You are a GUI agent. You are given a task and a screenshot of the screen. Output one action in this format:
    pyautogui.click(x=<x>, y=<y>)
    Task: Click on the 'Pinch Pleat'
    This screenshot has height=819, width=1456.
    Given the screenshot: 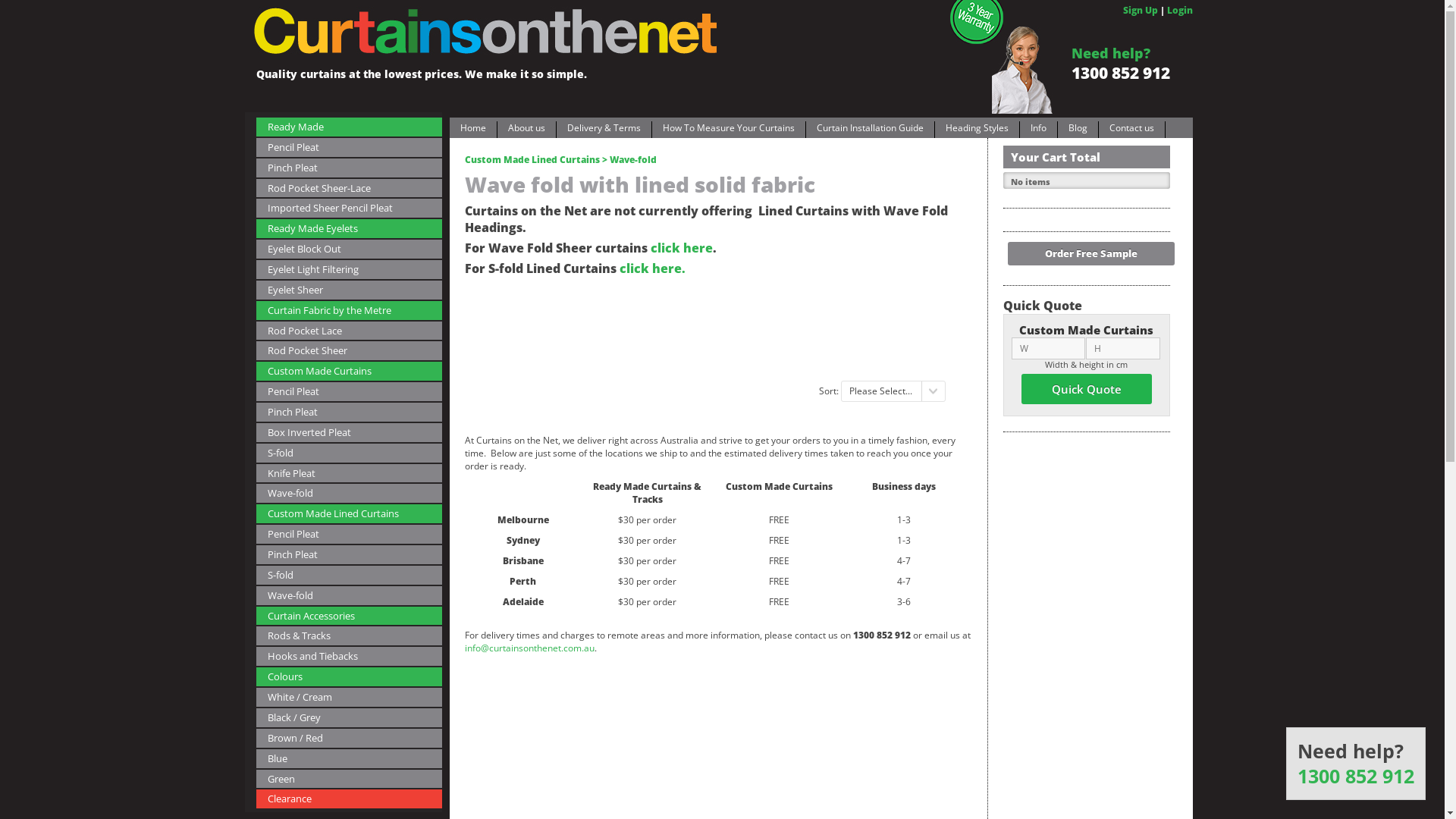 What is the action you would take?
    pyautogui.click(x=256, y=168)
    